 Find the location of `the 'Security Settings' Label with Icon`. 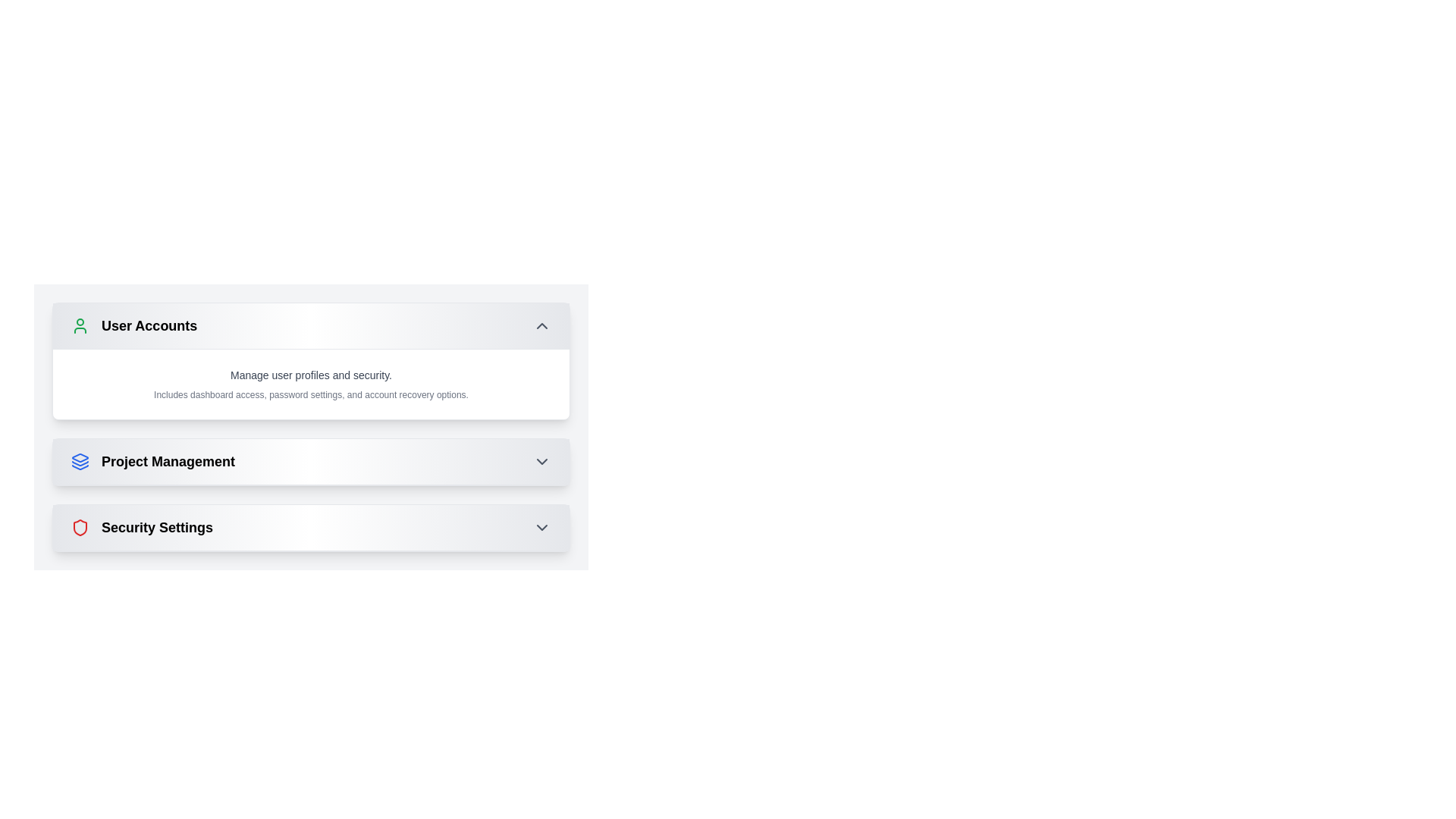

the 'Security Settings' Label with Icon is located at coordinates (142, 526).